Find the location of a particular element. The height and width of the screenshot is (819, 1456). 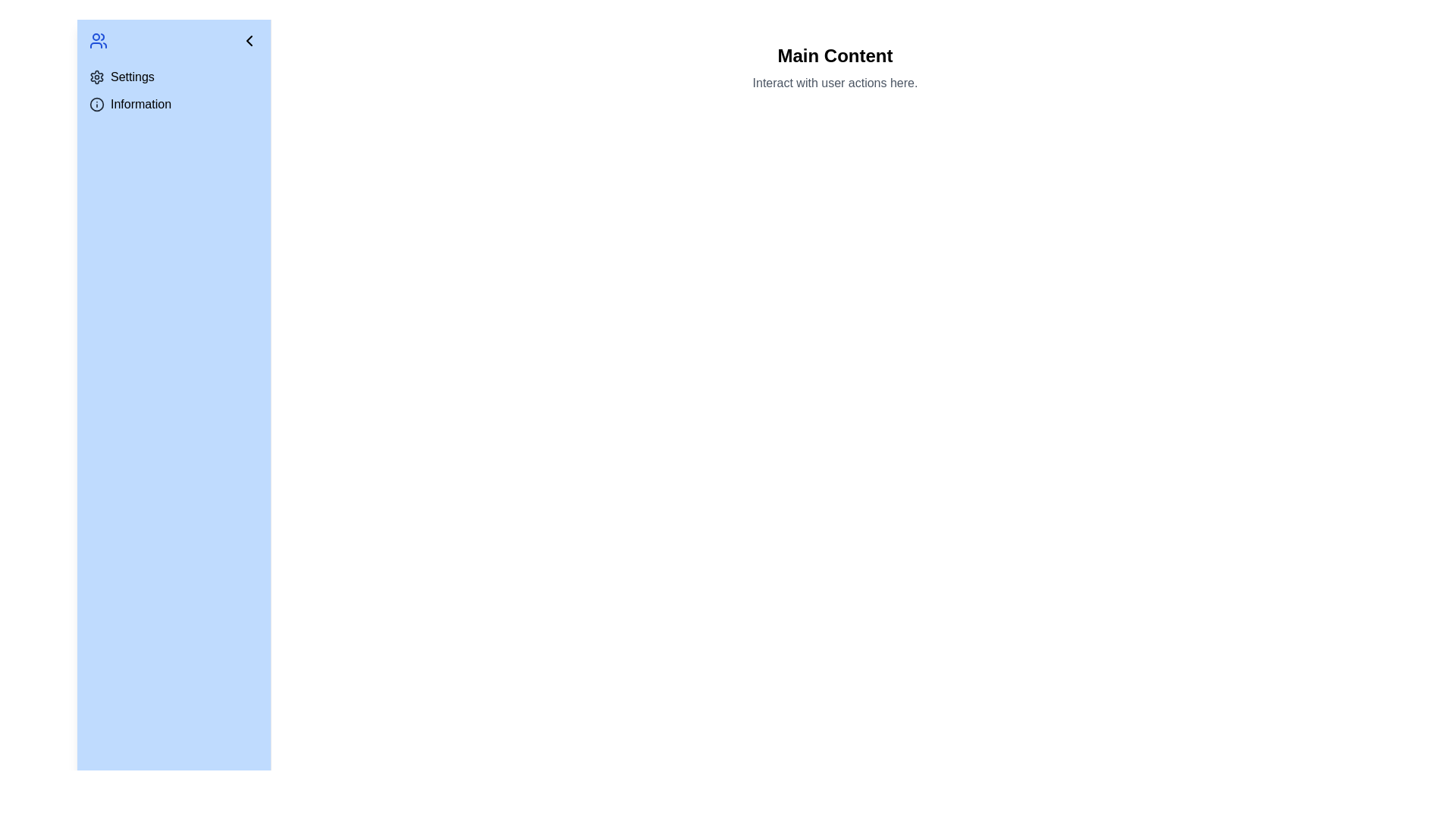

the circular outline of the SVG icon located next to the 'Information' label in the sidebar is located at coordinates (96, 104).